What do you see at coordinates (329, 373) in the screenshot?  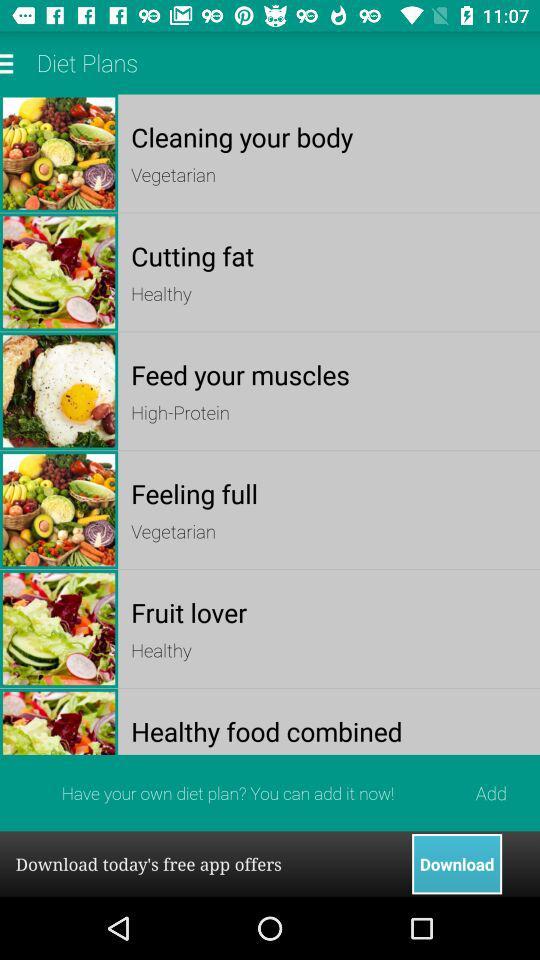 I see `the feed your muscles item` at bounding box center [329, 373].